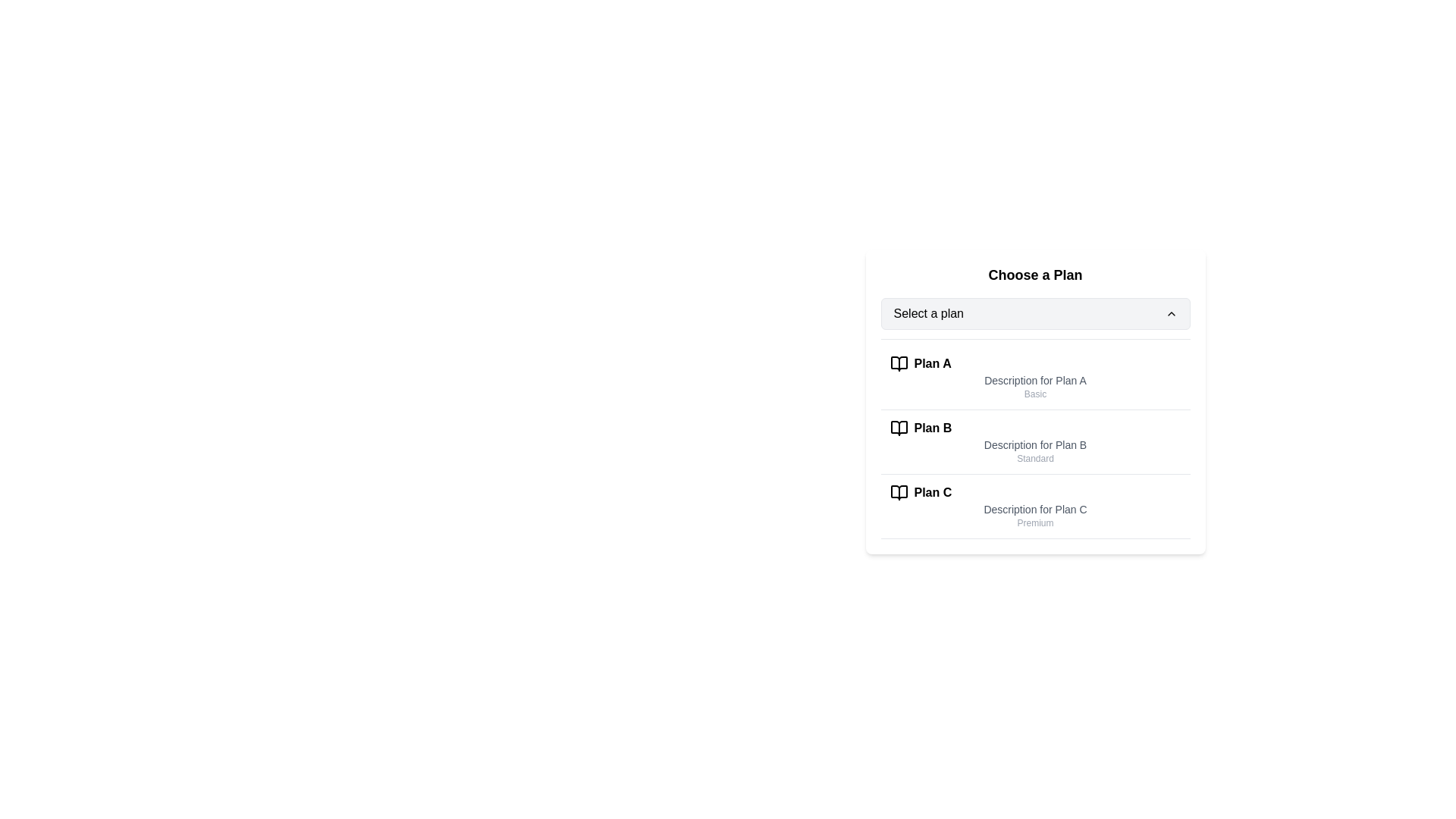 This screenshot has height=819, width=1456. What do you see at coordinates (899, 428) in the screenshot?
I see `the decorative icon representing 'Plan B', located at the leftmost side of the 'Plan B' section in a vertical list of options` at bounding box center [899, 428].